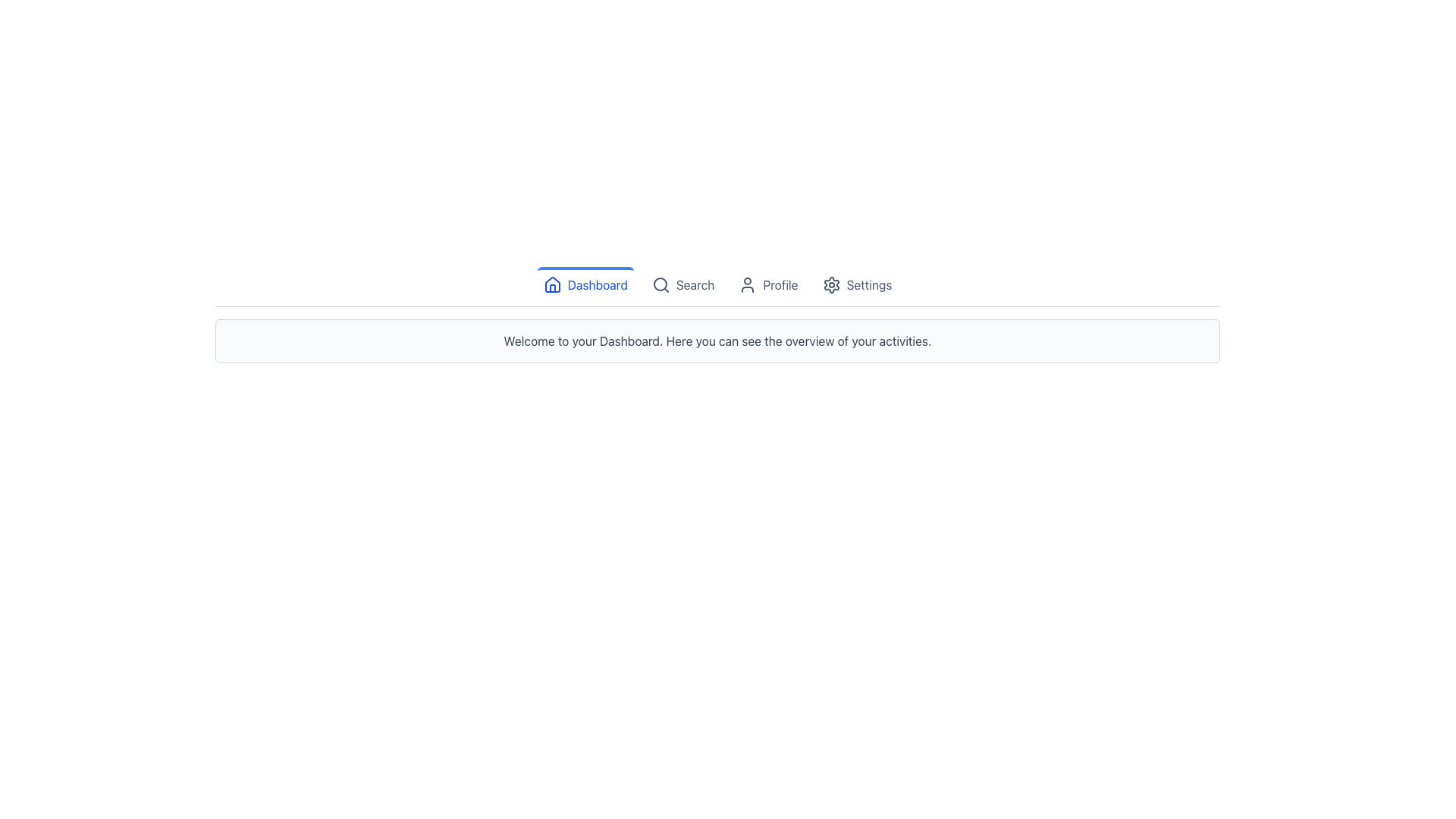  Describe the element at coordinates (660, 284) in the screenshot. I see `the decorative SVG circle representing the lens portion of the search icon in the top navigation bar, which is aligned with other icons such as 'Dashboard' and 'Settings'` at that location.